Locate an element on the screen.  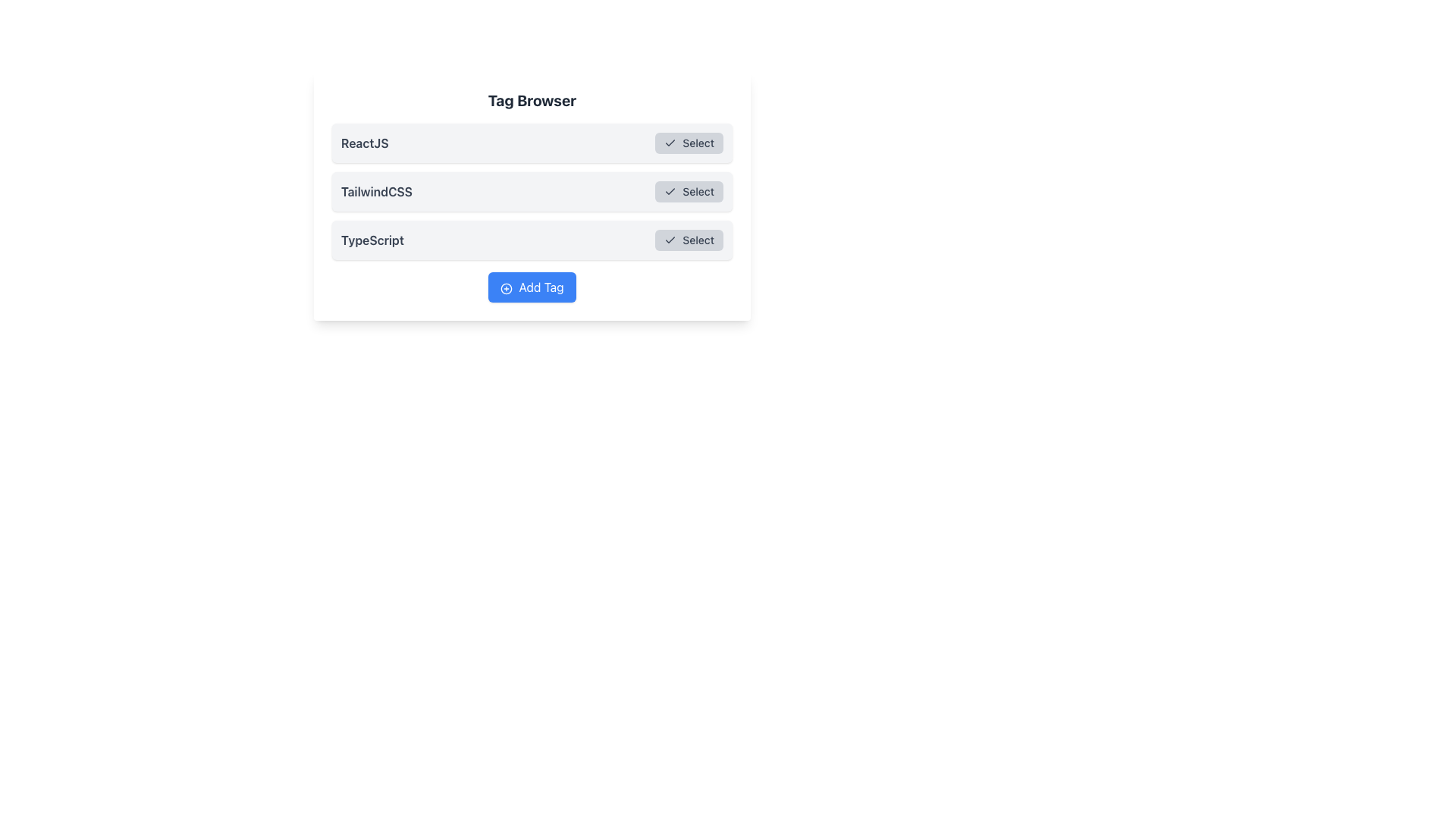
the small check icon within the 'Select' button is located at coordinates (670, 143).